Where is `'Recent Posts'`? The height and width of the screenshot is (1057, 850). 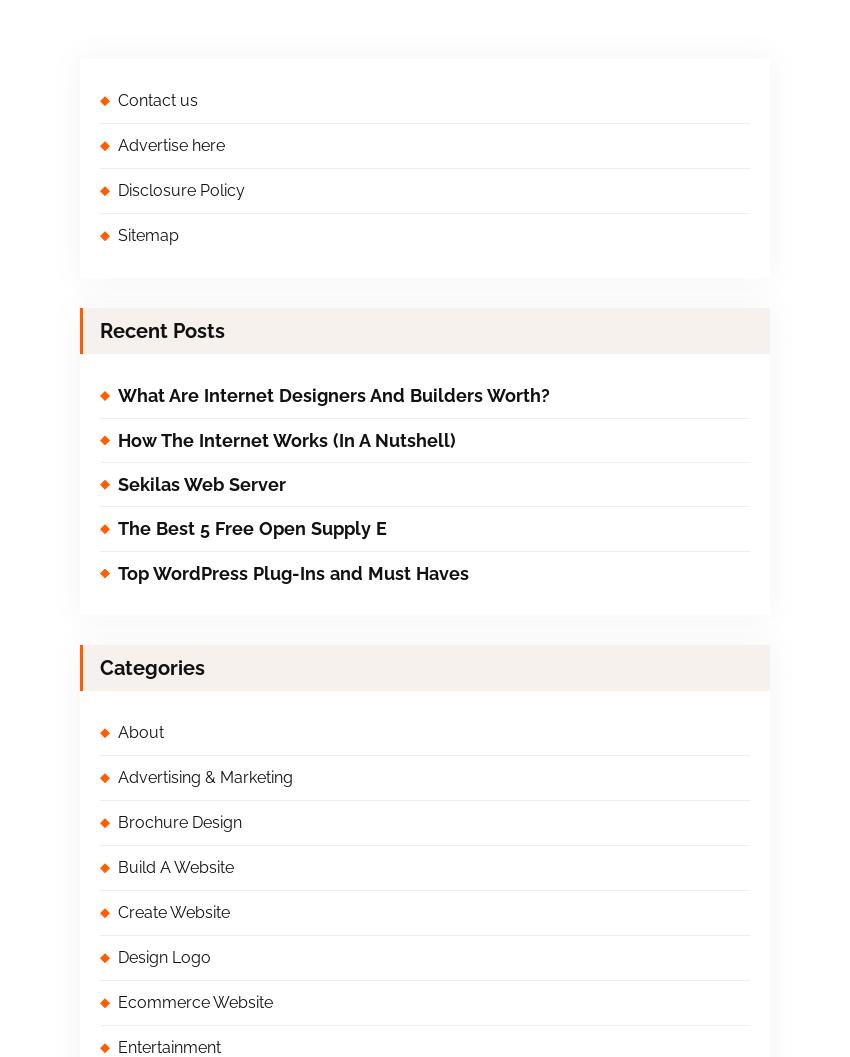 'Recent Posts' is located at coordinates (162, 331).